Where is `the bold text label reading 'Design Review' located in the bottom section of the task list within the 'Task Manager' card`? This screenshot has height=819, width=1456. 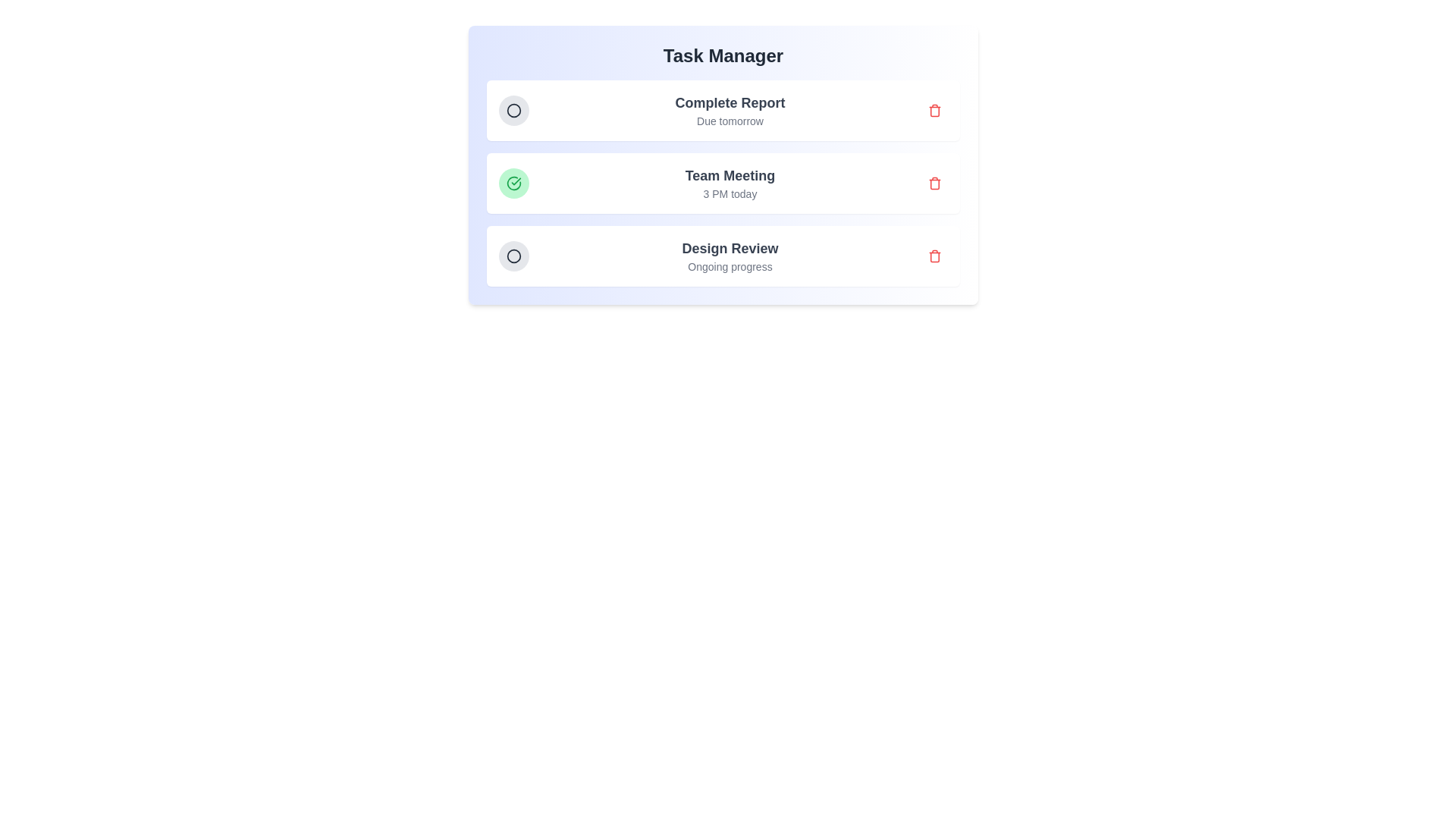 the bold text label reading 'Design Review' located in the bottom section of the task list within the 'Task Manager' card is located at coordinates (730, 247).